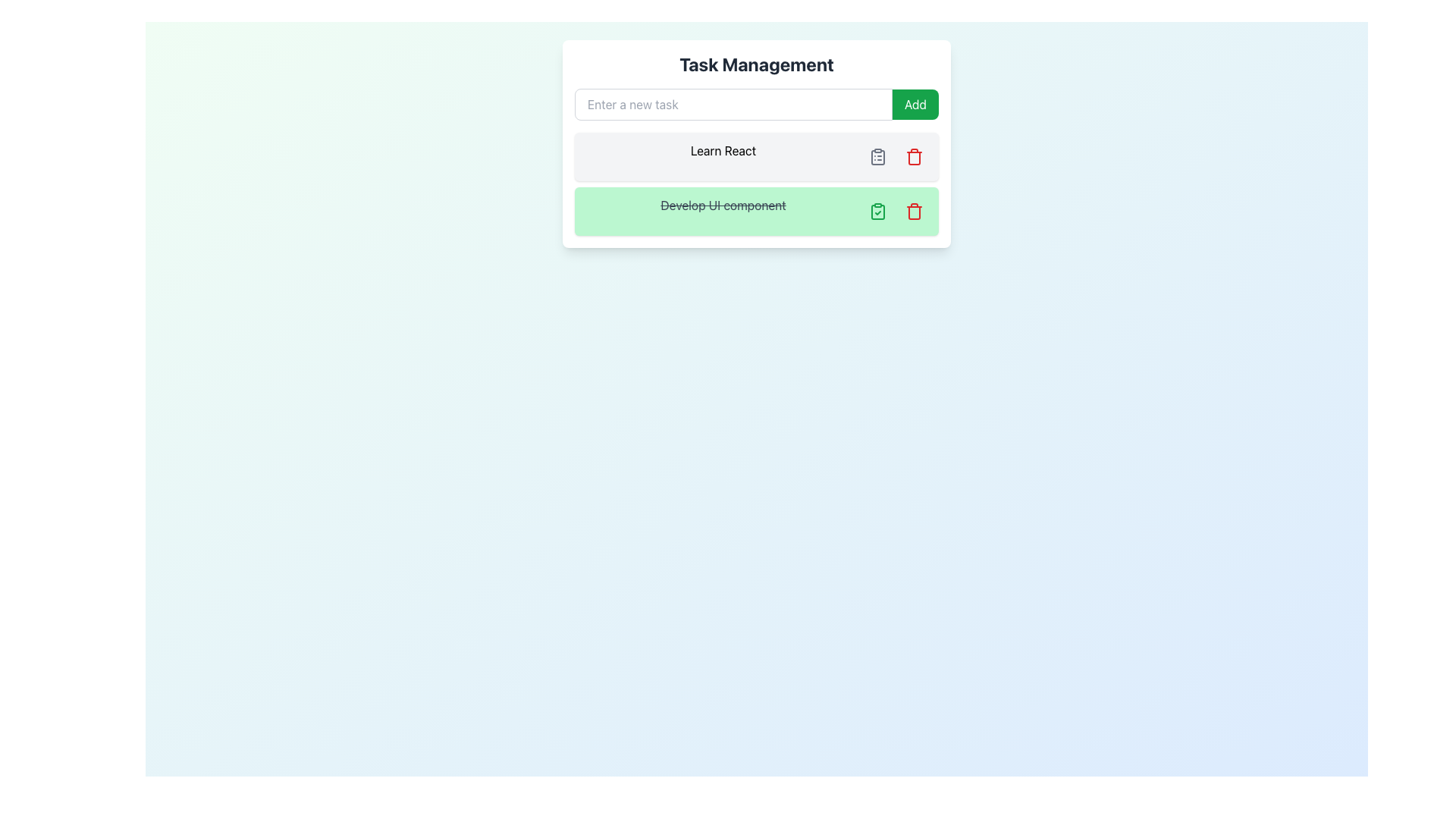  I want to click on the green circular button icon of a clipboard with a checkmark to mark the task as complete or checked, so click(877, 211).